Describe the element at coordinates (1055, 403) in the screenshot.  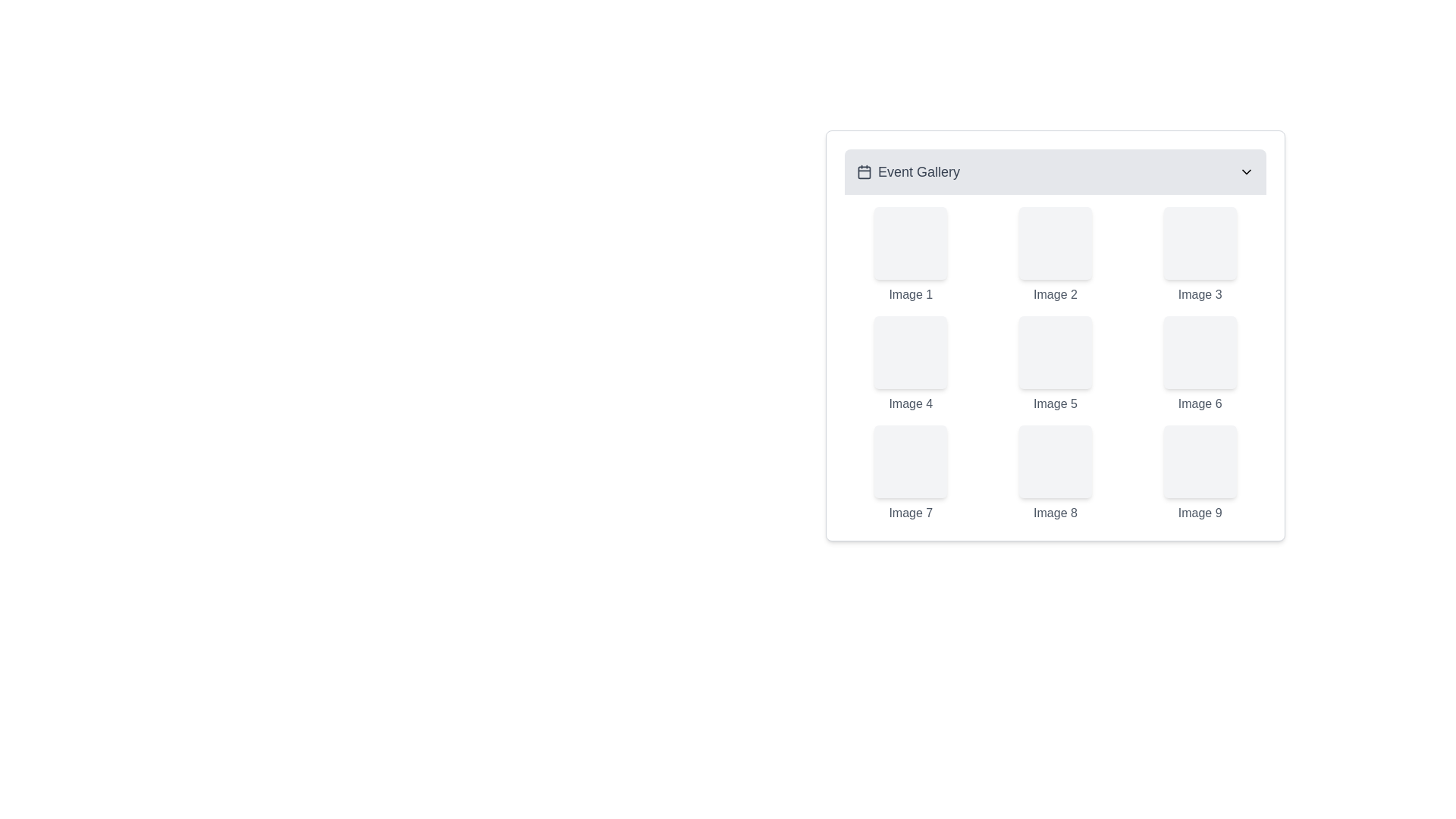
I see `the text label that describes the thumbnail placeholder for 'Image 5', located in the second column of the middle row in a 3x3 grid layout` at that location.